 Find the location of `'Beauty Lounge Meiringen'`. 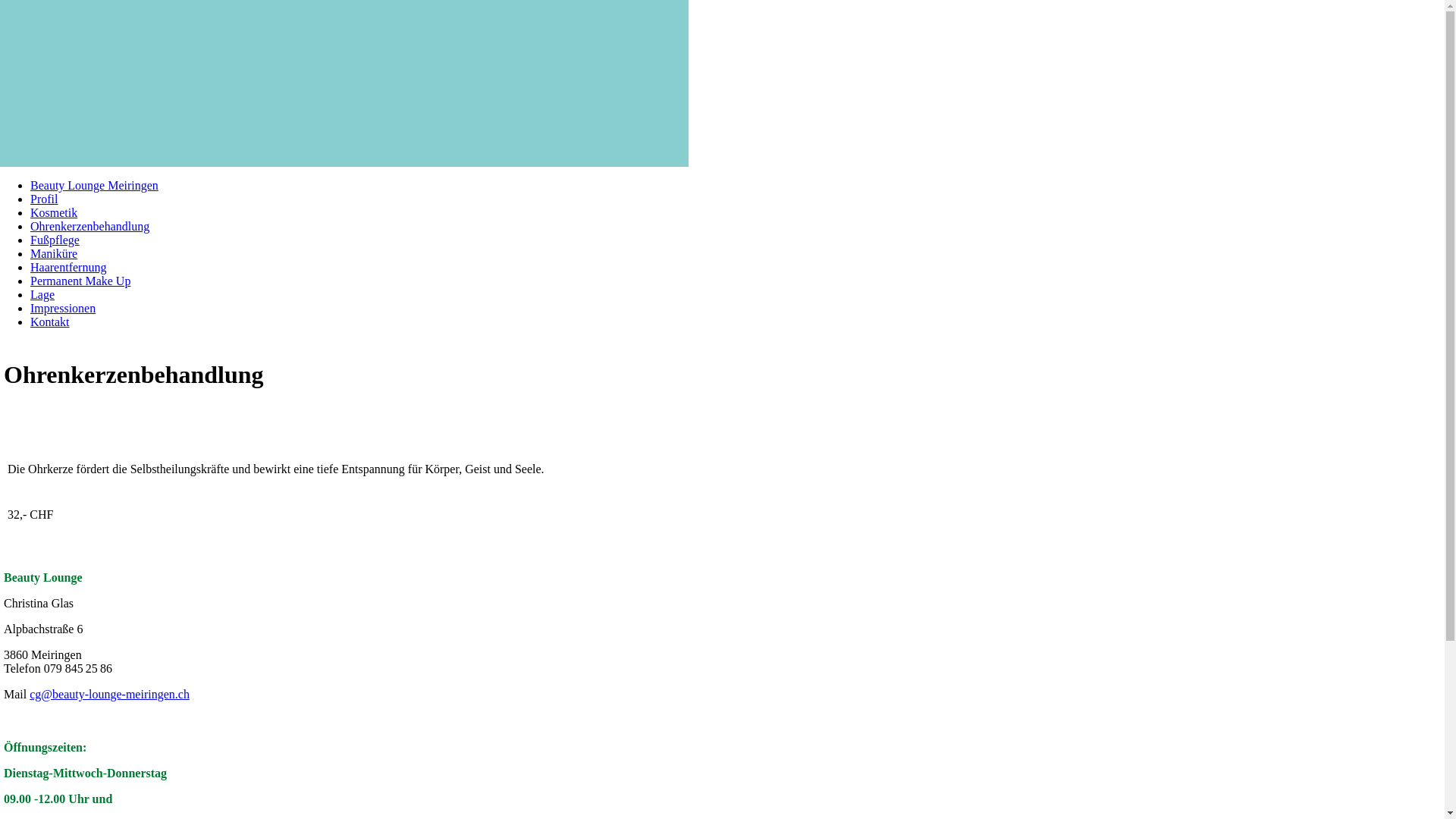

'Beauty Lounge Meiringen' is located at coordinates (30, 184).